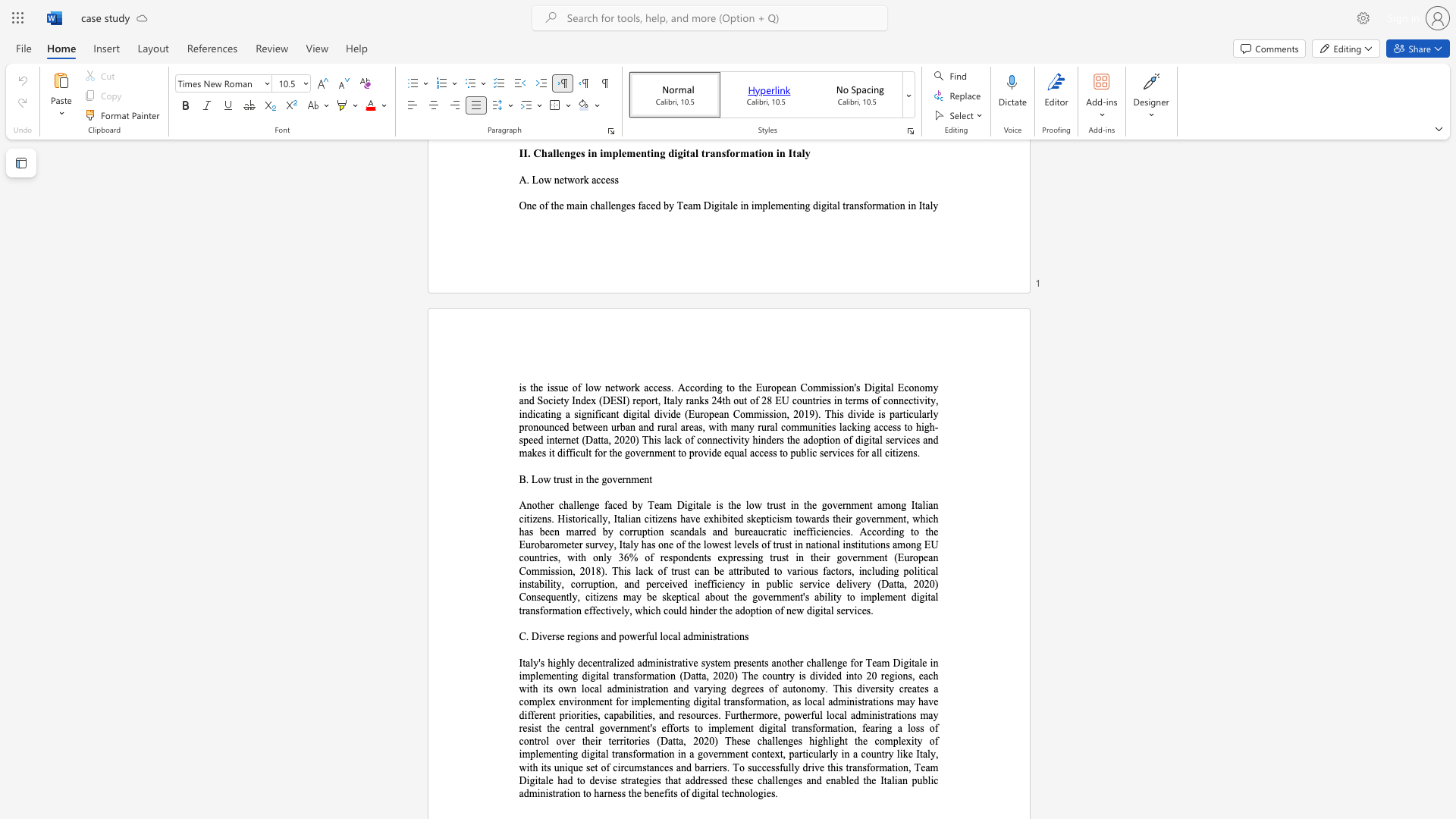 This screenshot has height=819, width=1456. What do you see at coordinates (896, 571) in the screenshot?
I see `the 1th character "g" in the text` at bounding box center [896, 571].